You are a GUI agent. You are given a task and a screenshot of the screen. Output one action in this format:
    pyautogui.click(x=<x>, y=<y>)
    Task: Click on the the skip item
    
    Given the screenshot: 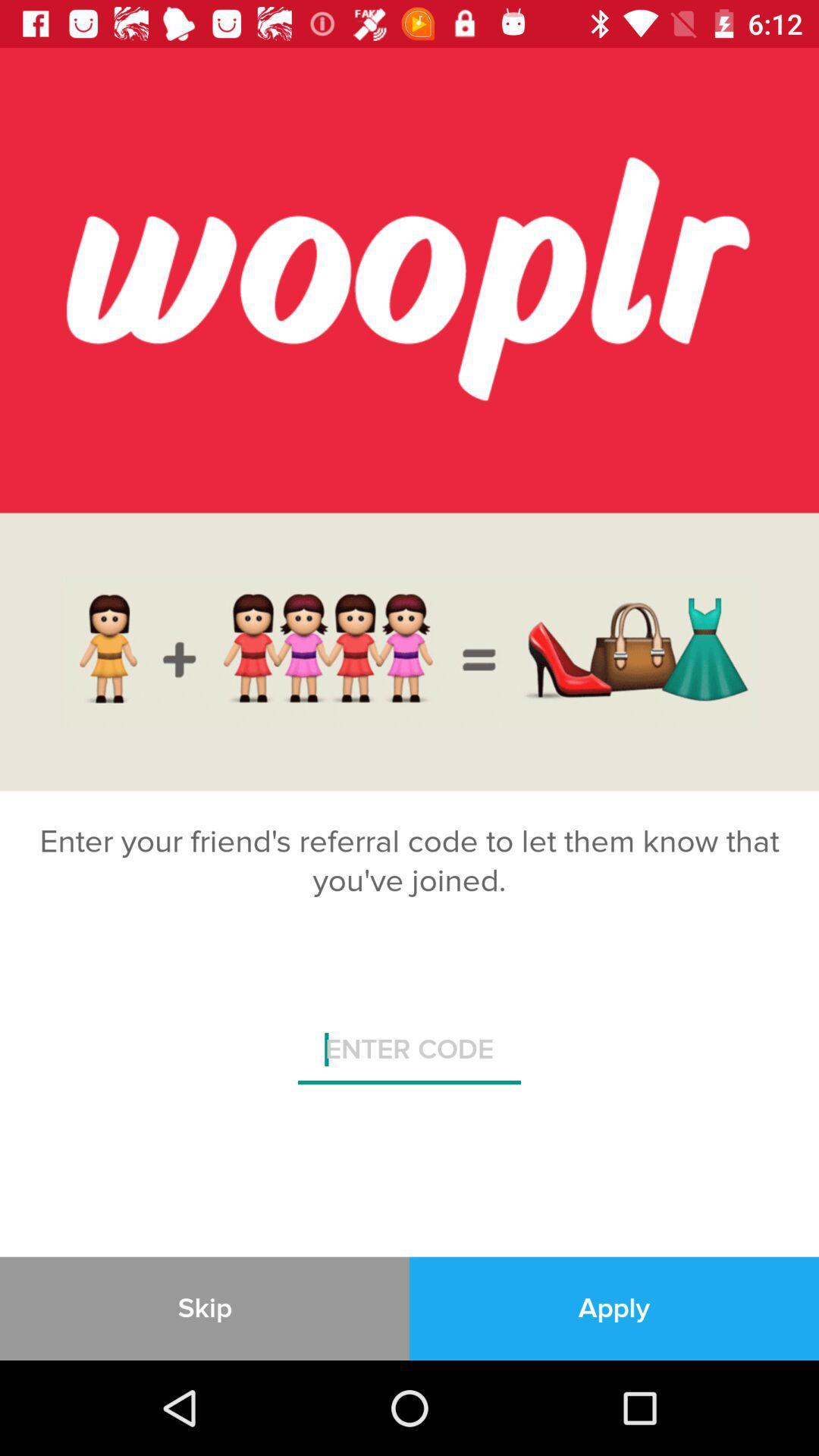 What is the action you would take?
    pyautogui.click(x=205, y=1307)
    